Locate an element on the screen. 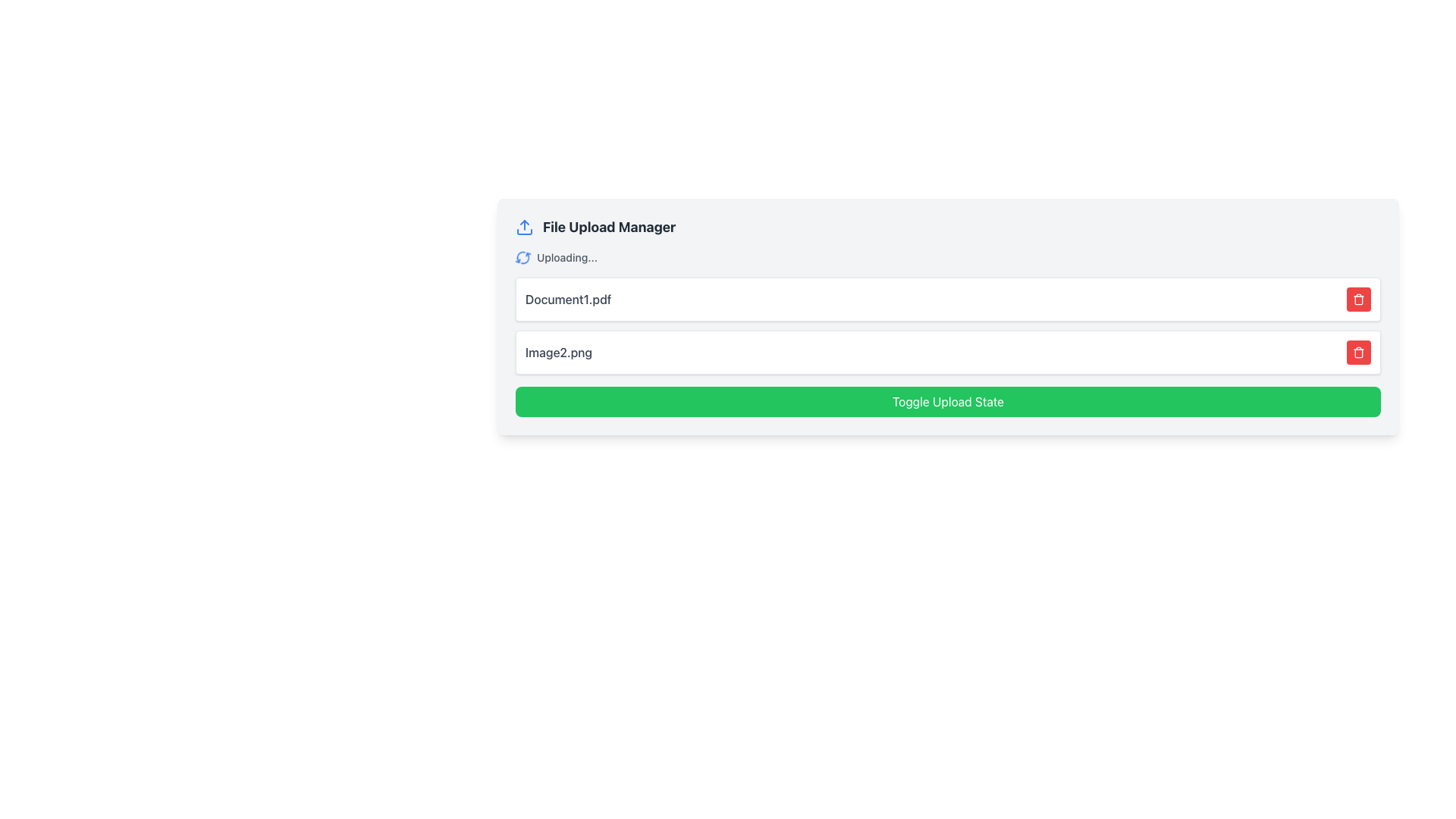 The height and width of the screenshot is (819, 1456). the small red button with a white trash bin icon located to the far right of the 'Image2.png' text is located at coordinates (1358, 353).